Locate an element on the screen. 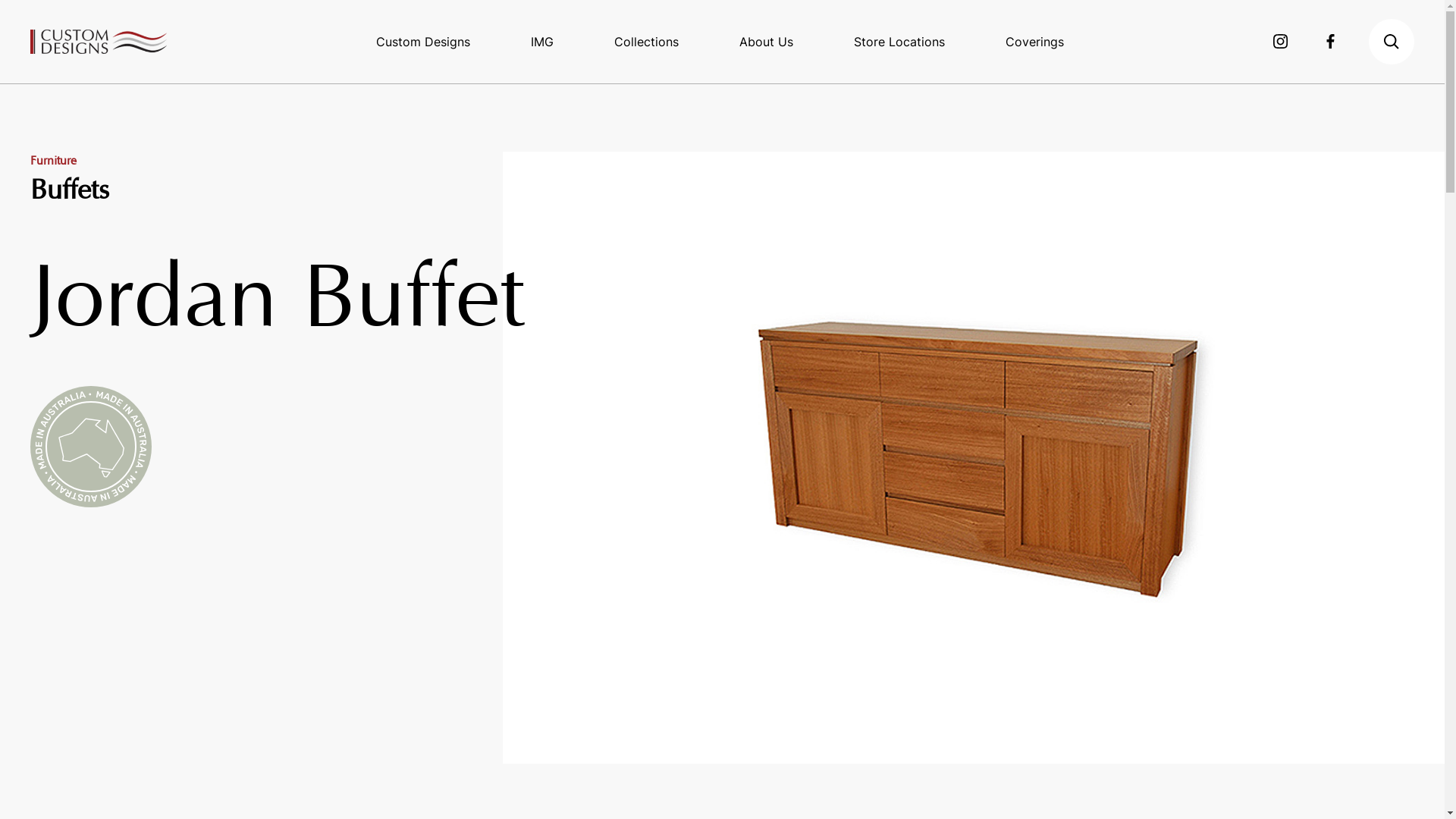 Image resolution: width=1456 pixels, height=819 pixels. 'Instagram' is located at coordinates (1280, 40).